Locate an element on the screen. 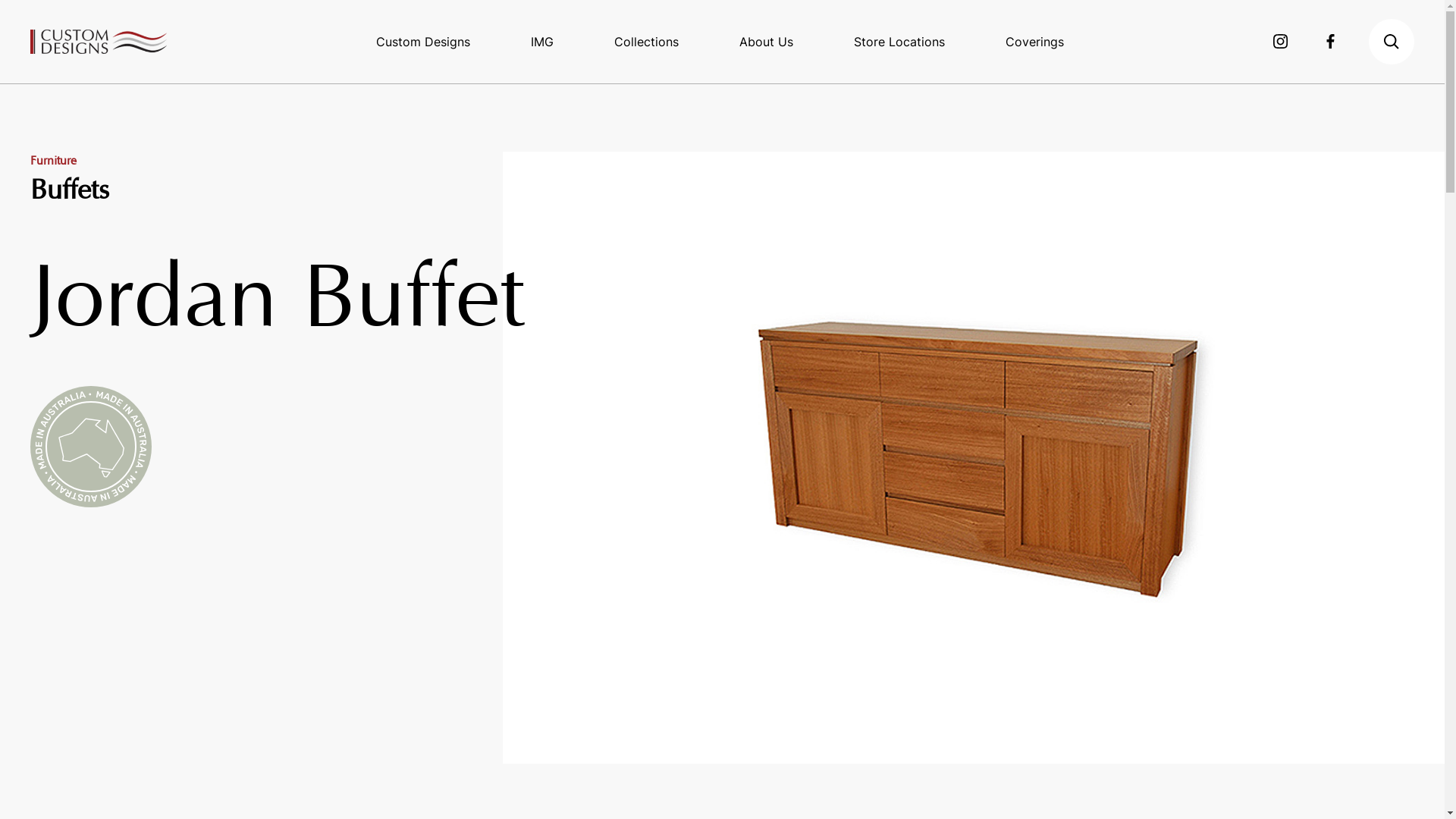 Image resolution: width=1456 pixels, height=819 pixels. 'Instagram' is located at coordinates (1280, 40).